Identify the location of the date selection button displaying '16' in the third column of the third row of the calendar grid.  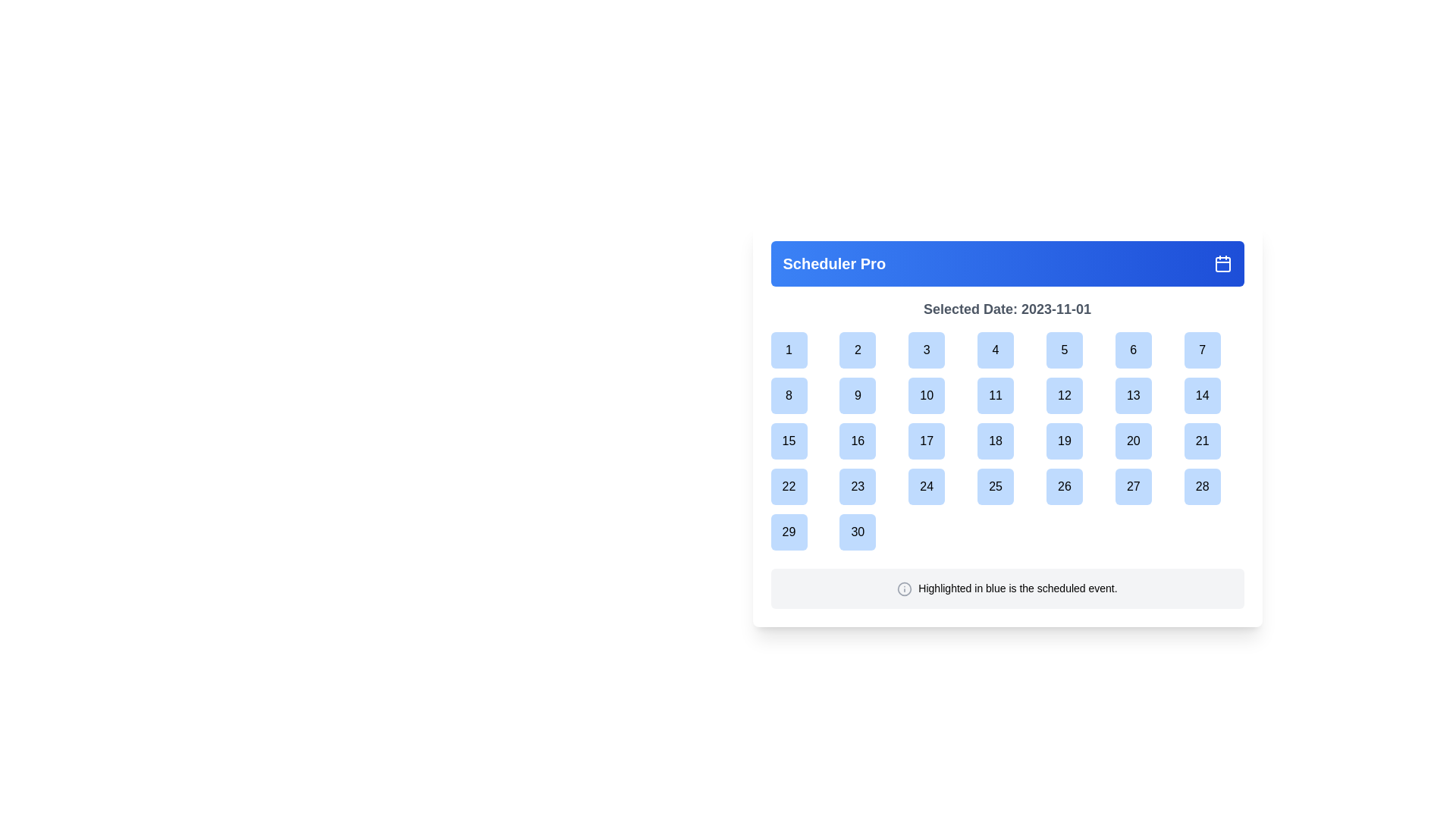
(858, 441).